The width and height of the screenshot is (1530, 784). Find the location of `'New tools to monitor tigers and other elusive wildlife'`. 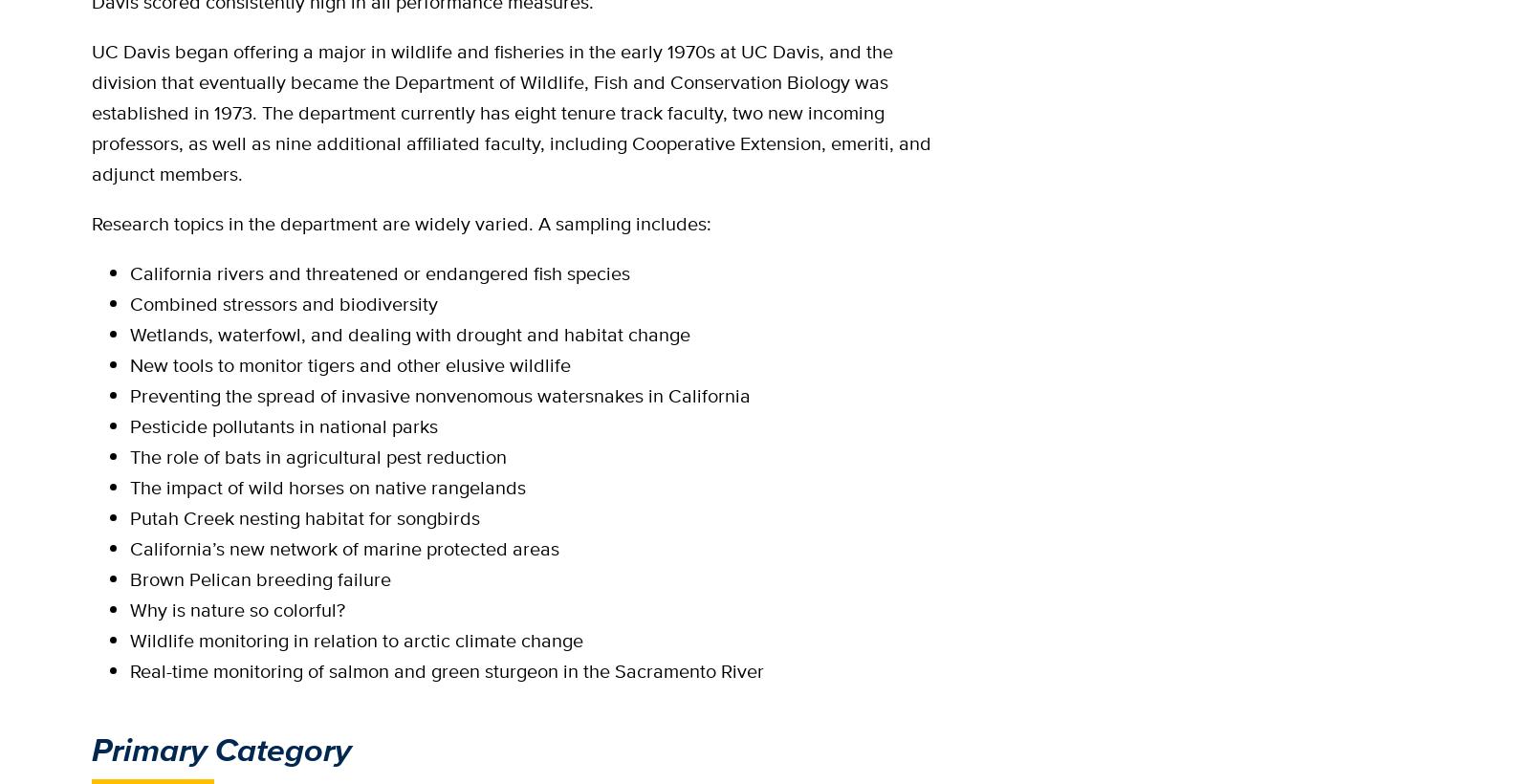

'New tools to monitor tigers and other elusive wildlife' is located at coordinates (129, 365).